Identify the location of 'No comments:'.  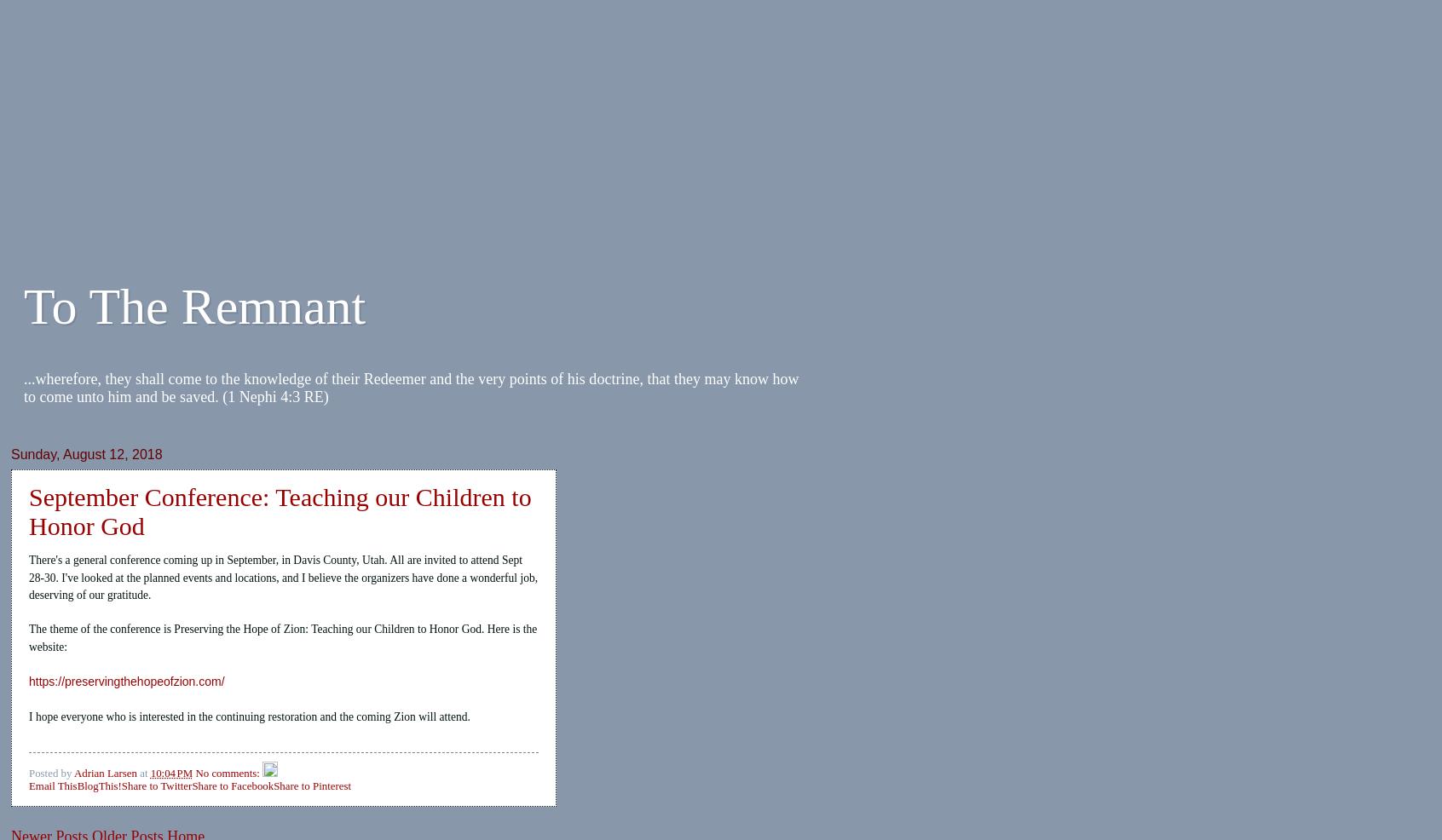
(194, 773).